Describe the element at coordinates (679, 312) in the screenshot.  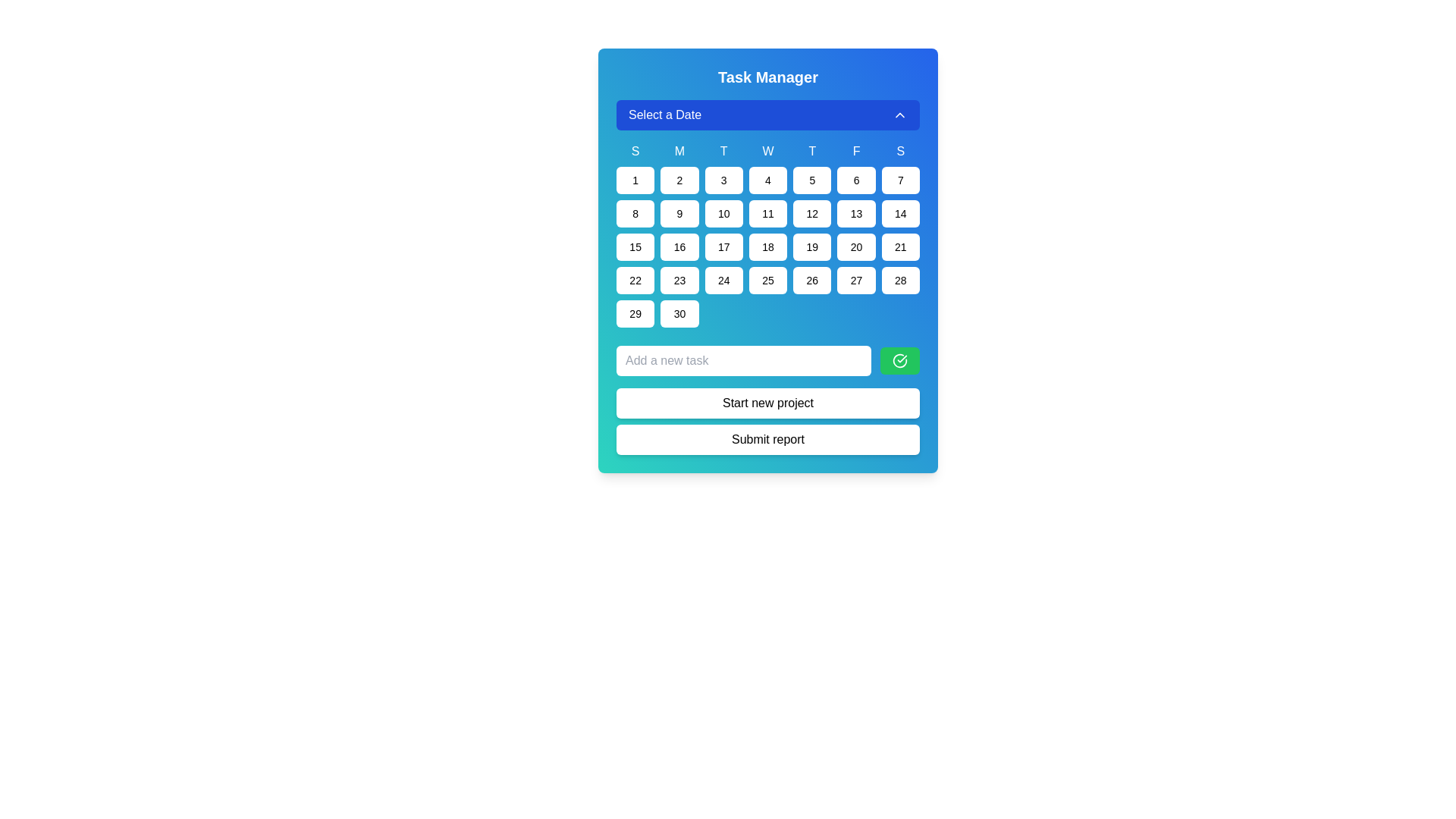
I see `the button representing the 30th day of the month in the date selection interface` at that location.